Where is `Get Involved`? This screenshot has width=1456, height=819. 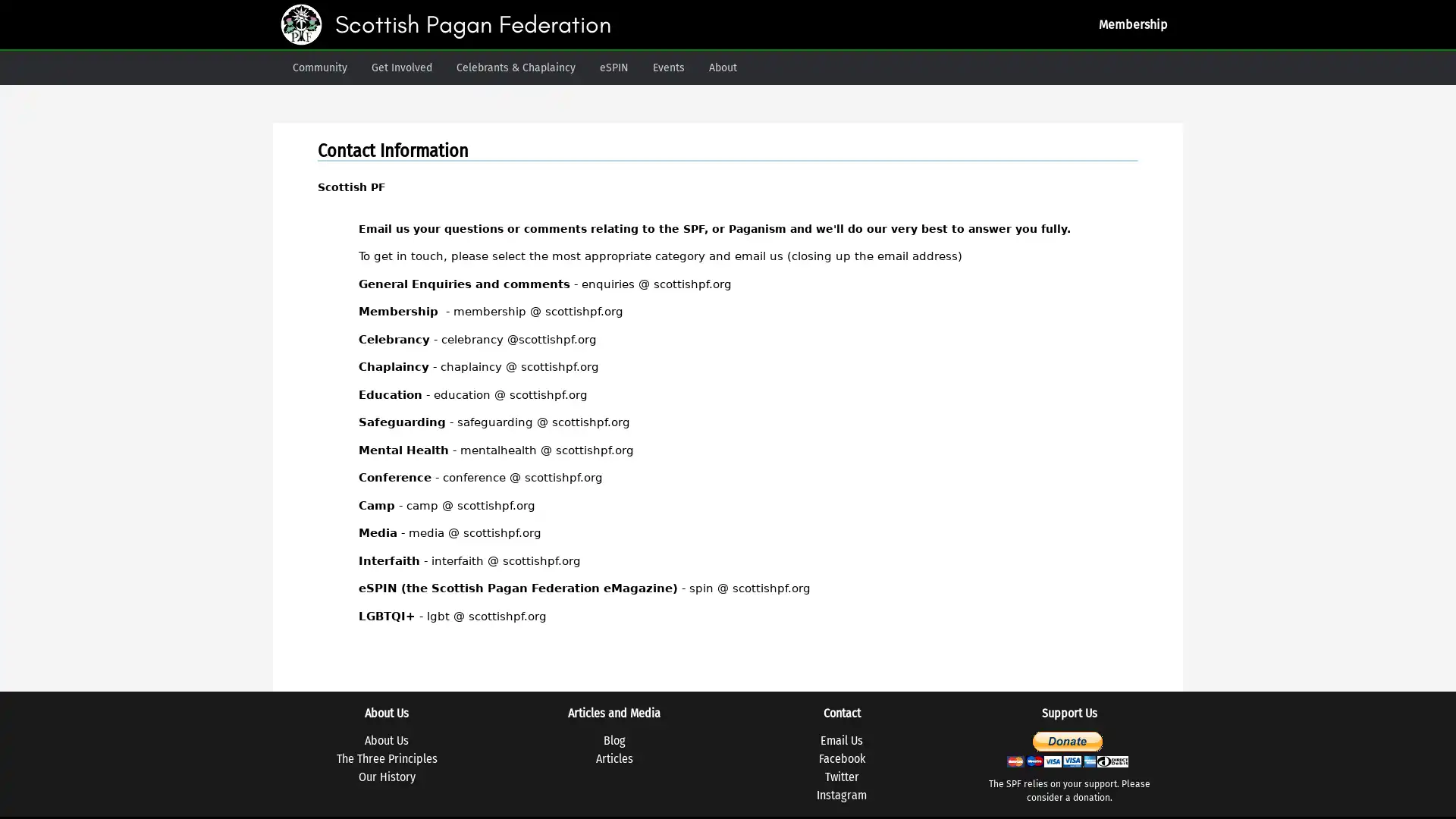 Get Involved is located at coordinates (401, 67).